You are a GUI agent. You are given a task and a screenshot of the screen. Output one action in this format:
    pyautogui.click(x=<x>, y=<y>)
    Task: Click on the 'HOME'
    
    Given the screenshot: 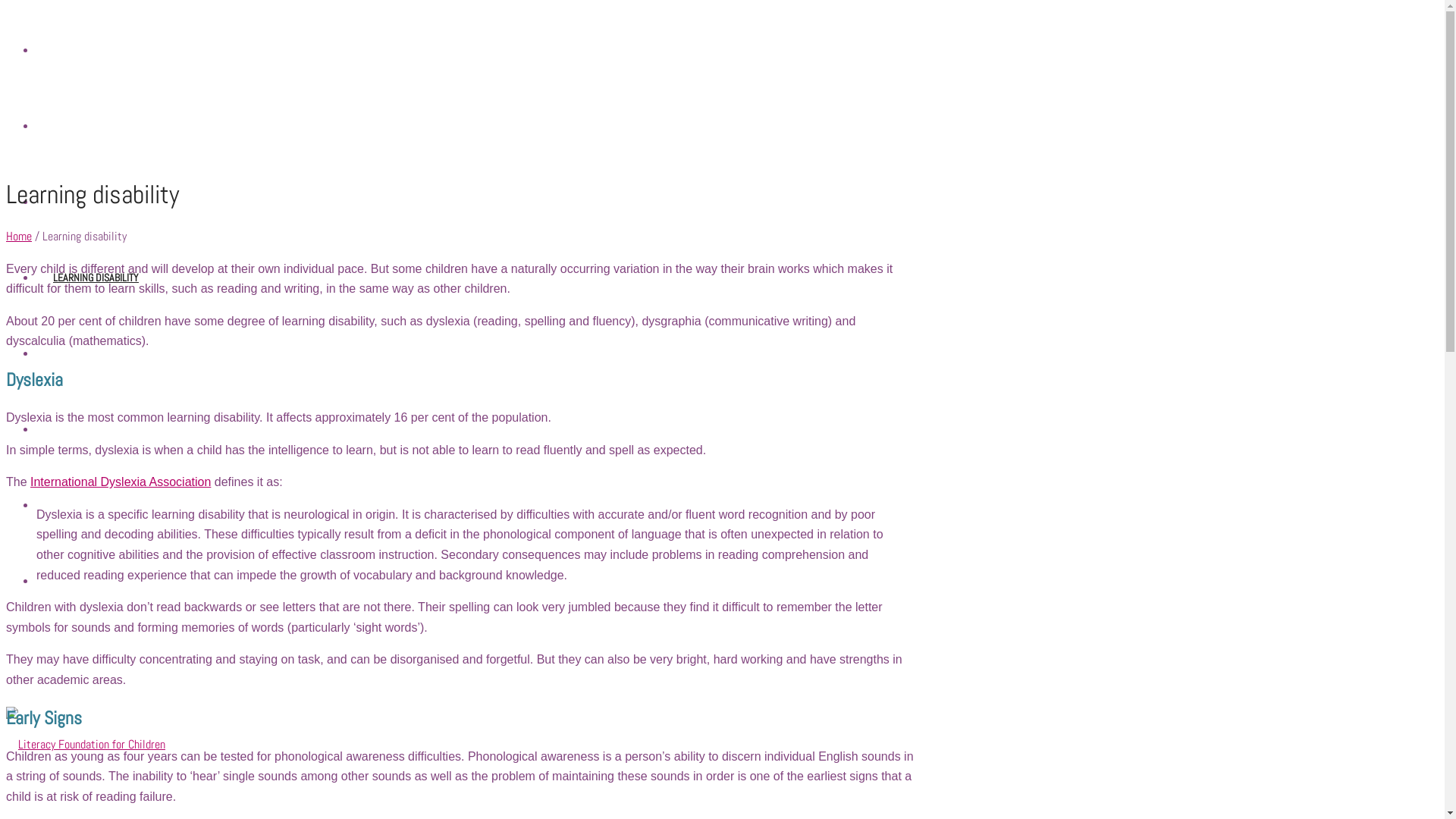 What is the action you would take?
    pyautogui.click(x=62, y=49)
    